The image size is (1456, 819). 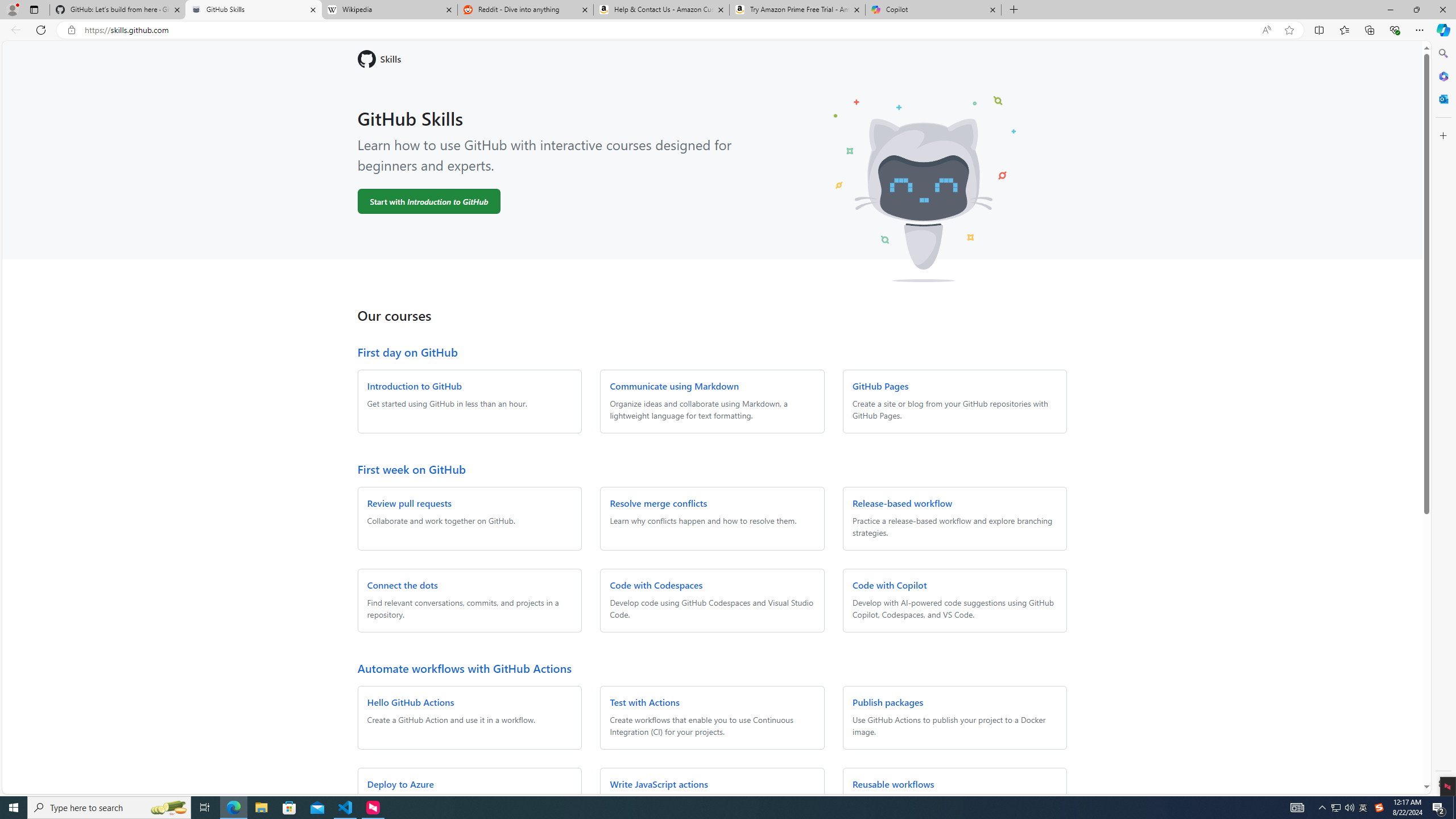 I want to click on 'Code with Copilot', so click(x=890, y=584).